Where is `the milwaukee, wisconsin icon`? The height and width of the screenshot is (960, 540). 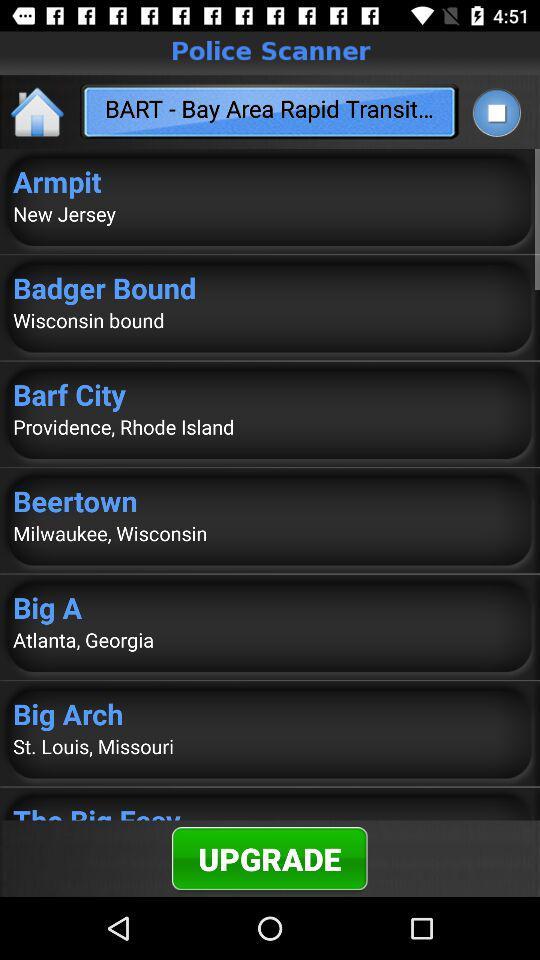 the milwaukee, wisconsin icon is located at coordinates (270, 532).